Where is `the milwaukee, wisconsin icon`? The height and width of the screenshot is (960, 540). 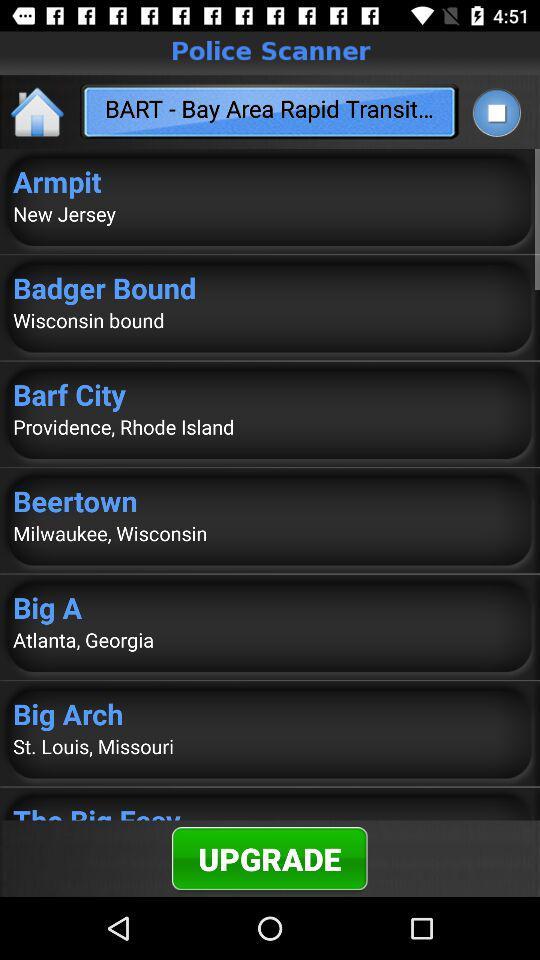 the milwaukee, wisconsin icon is located at coordinates (270, 532).